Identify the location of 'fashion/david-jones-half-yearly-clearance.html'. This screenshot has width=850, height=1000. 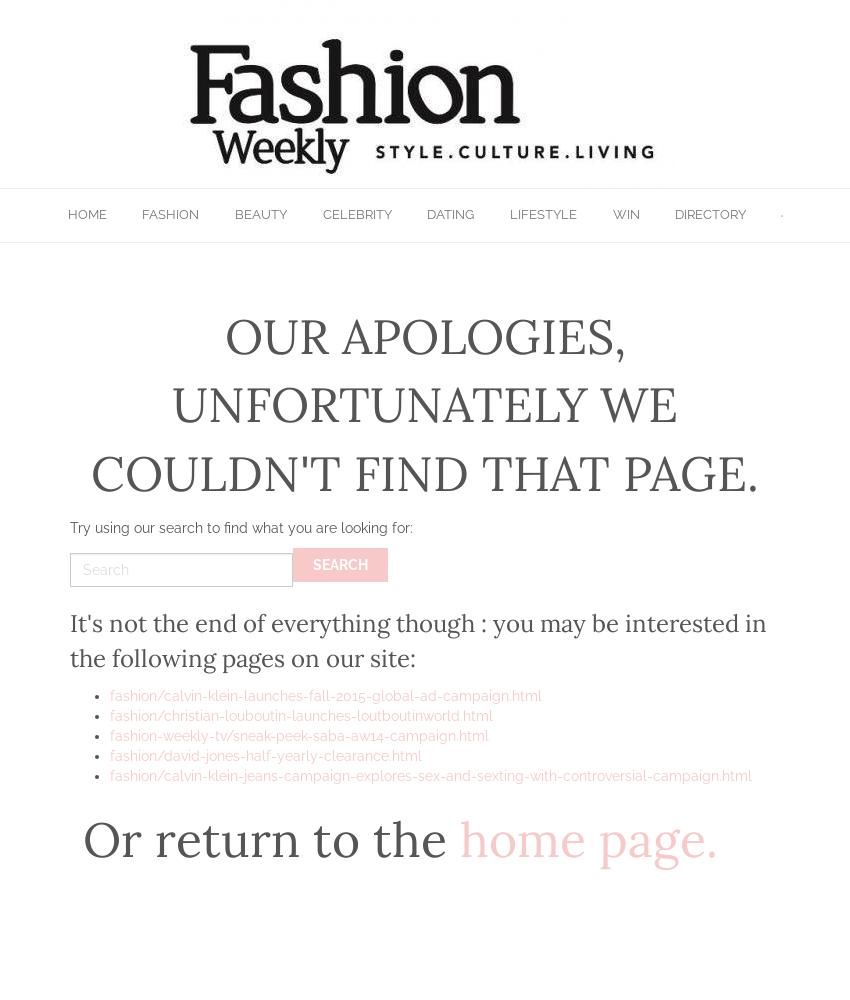
(264, 755).